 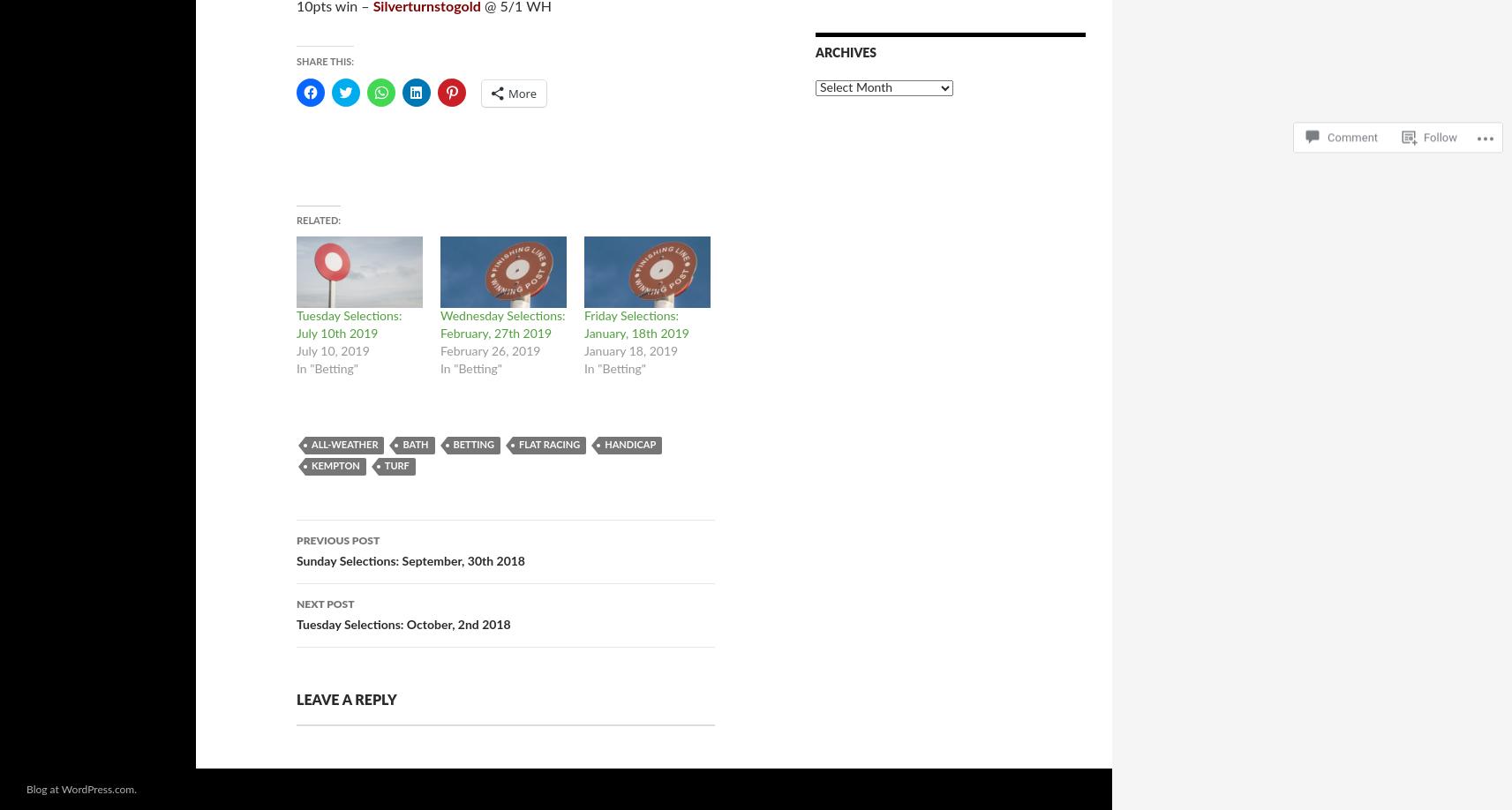 What do you see at coordinates (80, 788) in the screenshot?
I see `'Blog at WordPress.com.'` at bounding box center [80, 788].